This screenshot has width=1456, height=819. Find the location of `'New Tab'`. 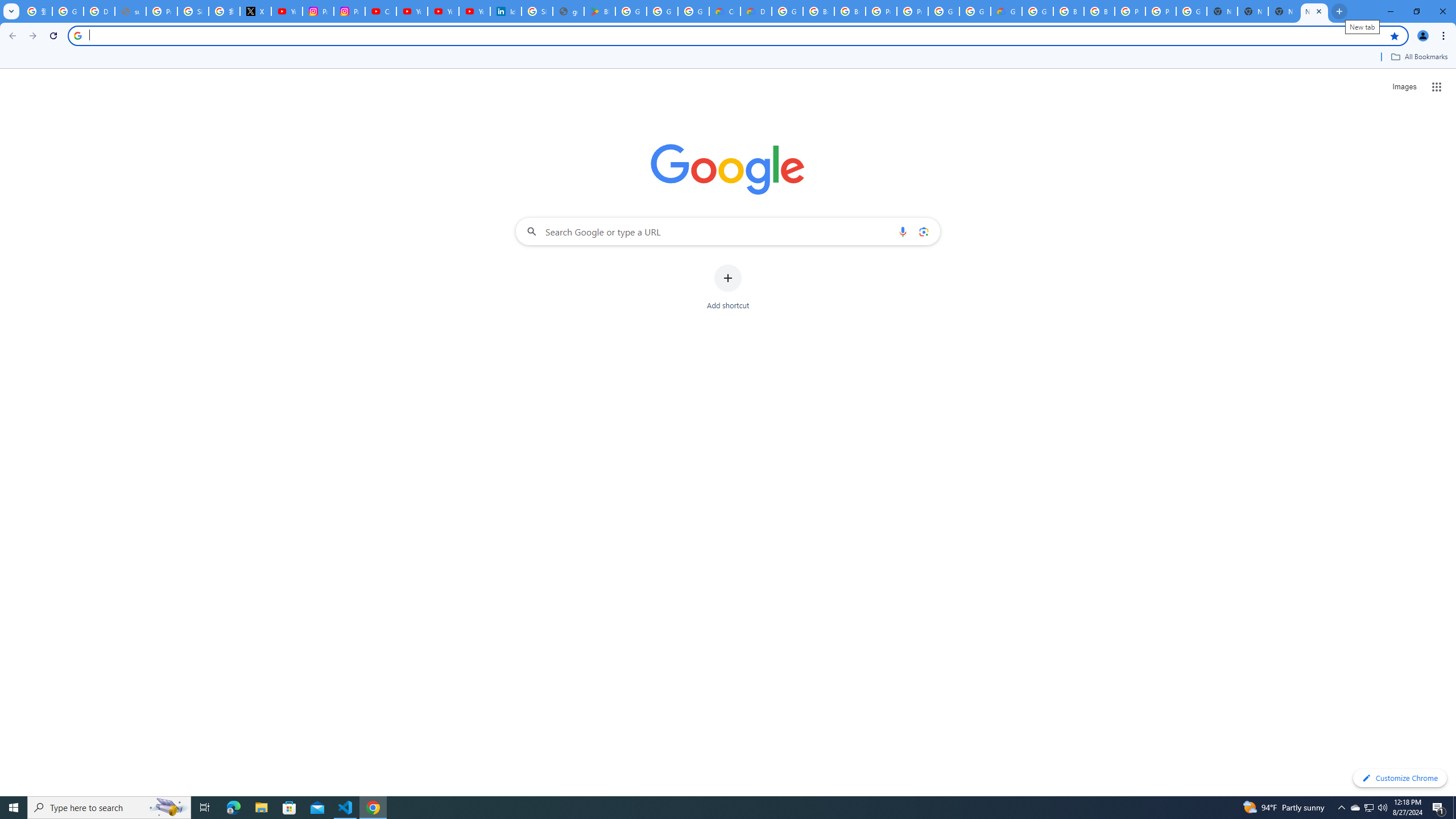

'New Tab' is located at coordinates (1252, 11).